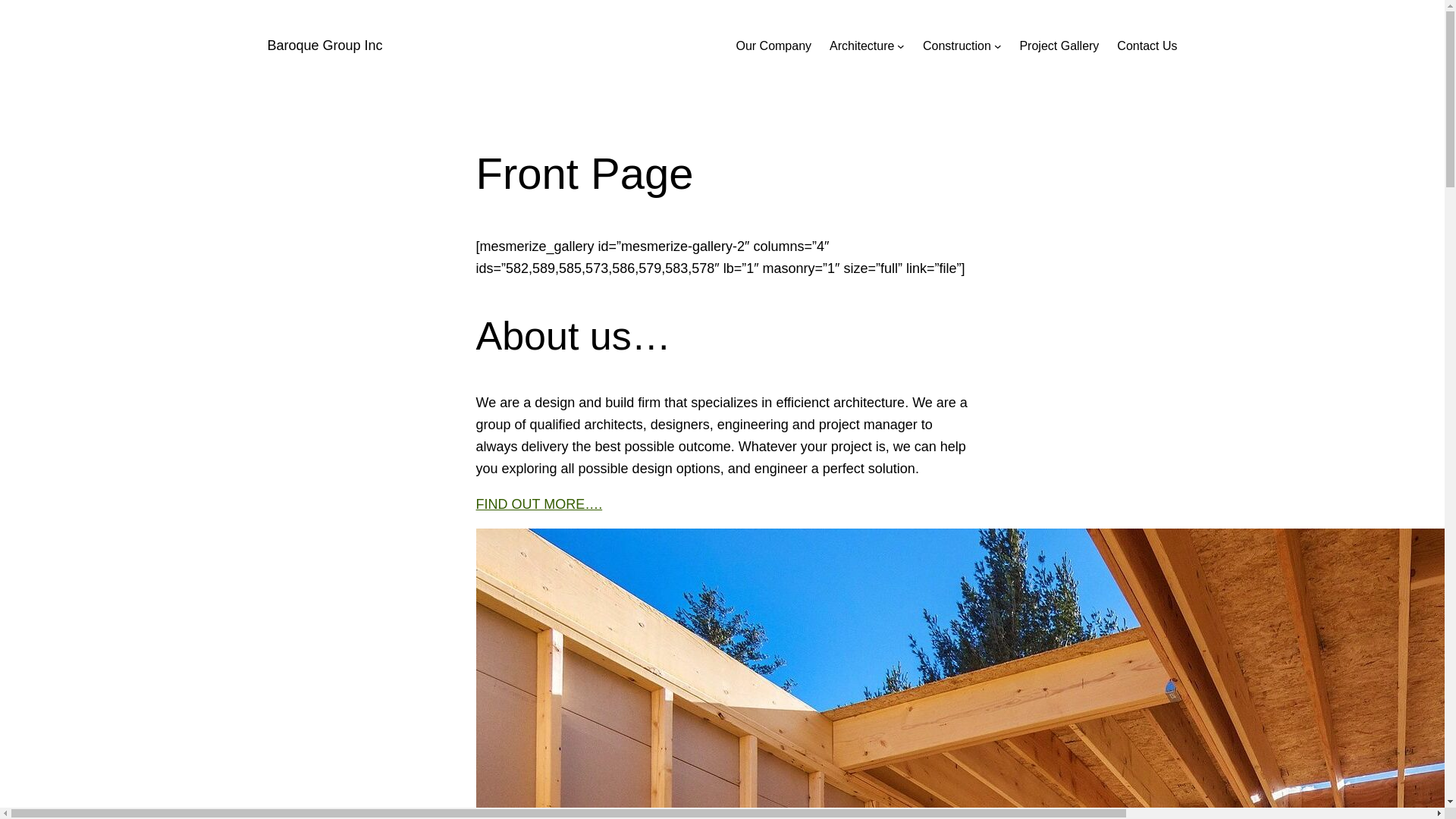 The height and width of the screenshot is (819, 1456). What do you see at coordinates (956, 45) in the screenshot?
I see `'Construction'` at bounding box center [956, 45].